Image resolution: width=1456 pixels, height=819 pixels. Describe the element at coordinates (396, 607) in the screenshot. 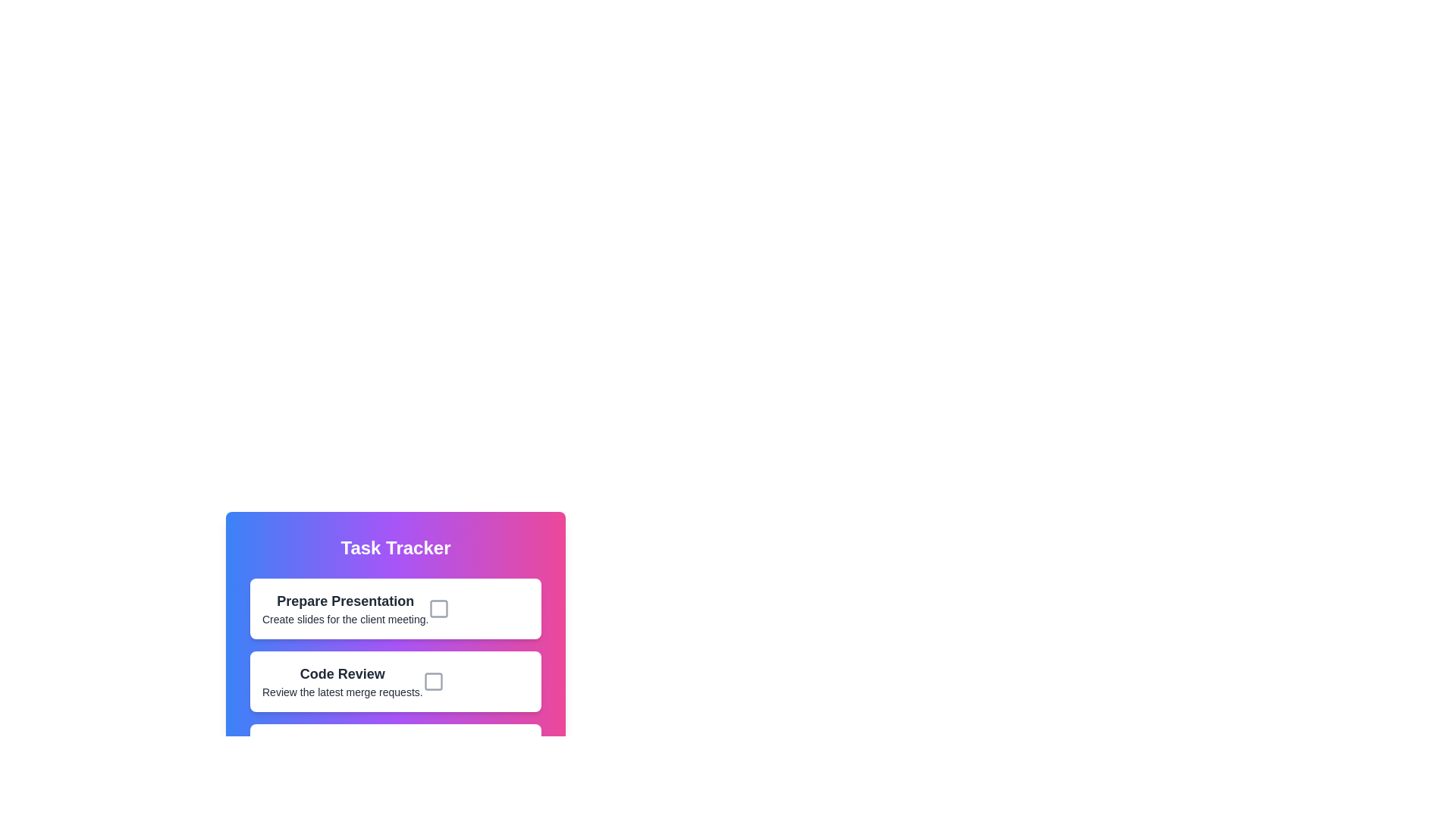

I see `the topmost task card in the to-do list, located directly below the 'Task Tracker' header` at that location.